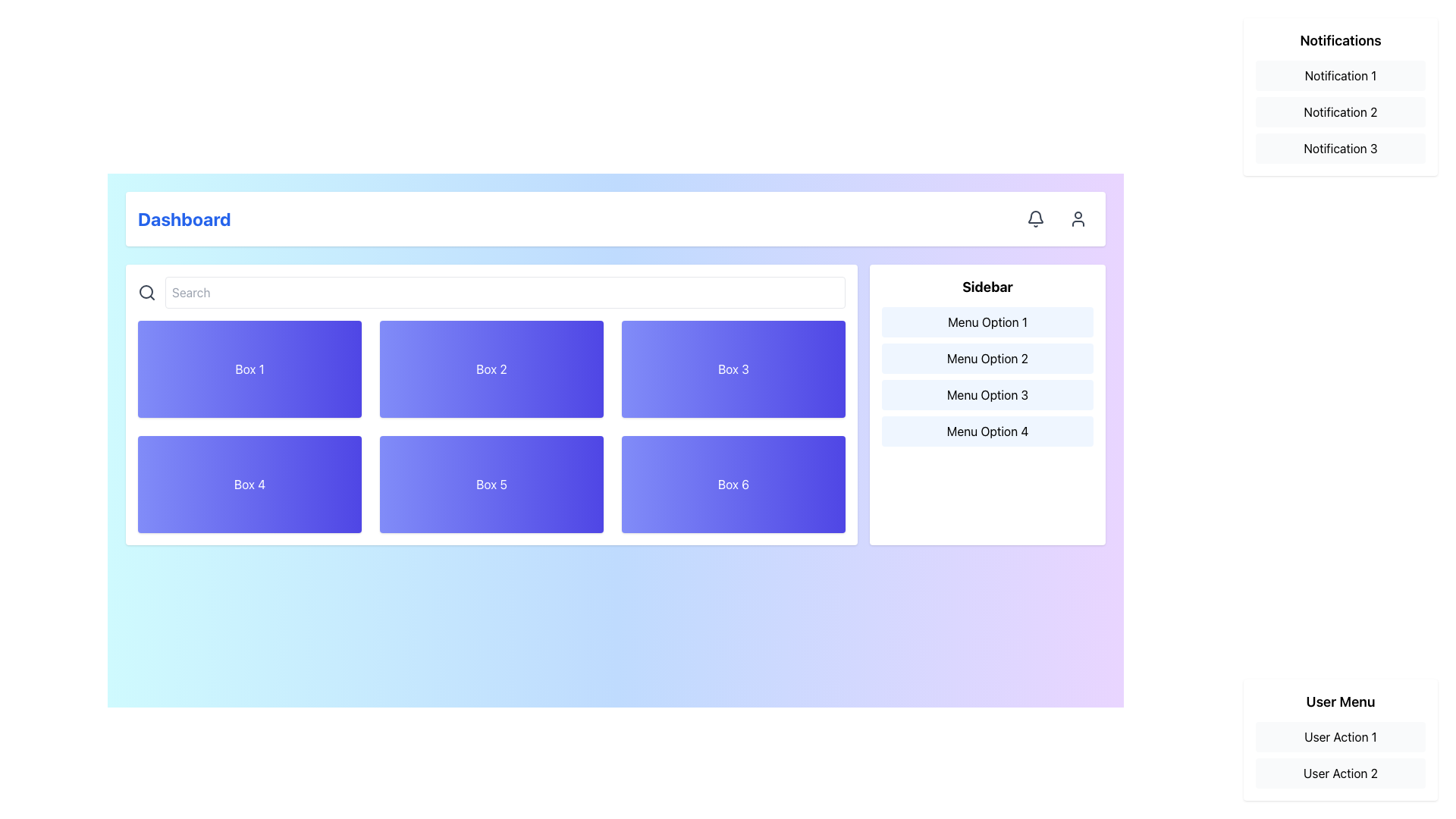 This screenshot has height=819, width=1456. What do you see at coordinates (987, 431) in the screenshot?
I see `the 'Menu Option 4' button, which is a rectangular button with rounded corners, light blue background, and black text, located in the bottom-right section of the interface in the Sidebar group` at bounding box center [987, 431].